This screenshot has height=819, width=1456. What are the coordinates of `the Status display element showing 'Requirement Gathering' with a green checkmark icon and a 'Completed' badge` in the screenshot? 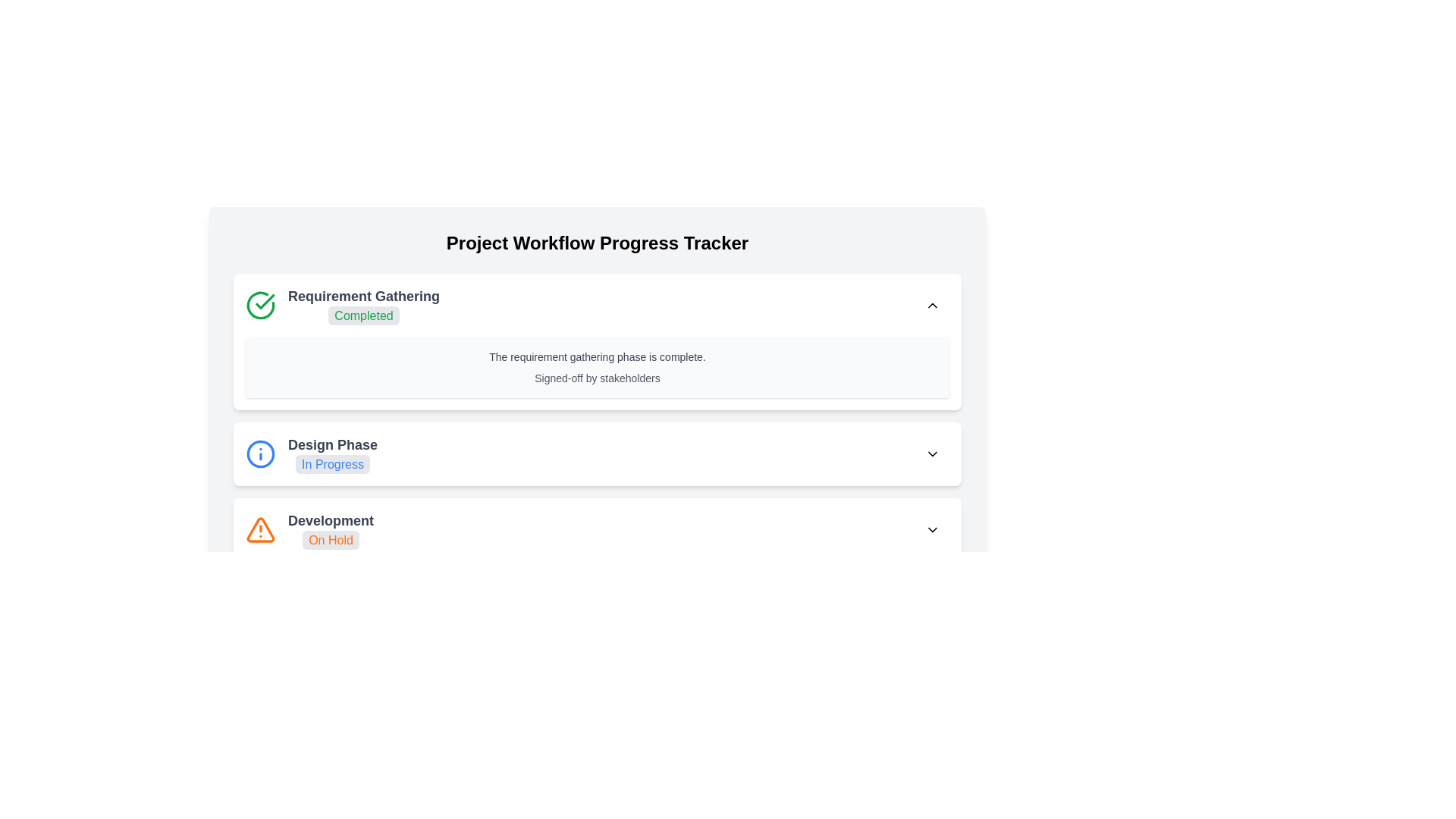 It's located at (341, 305).